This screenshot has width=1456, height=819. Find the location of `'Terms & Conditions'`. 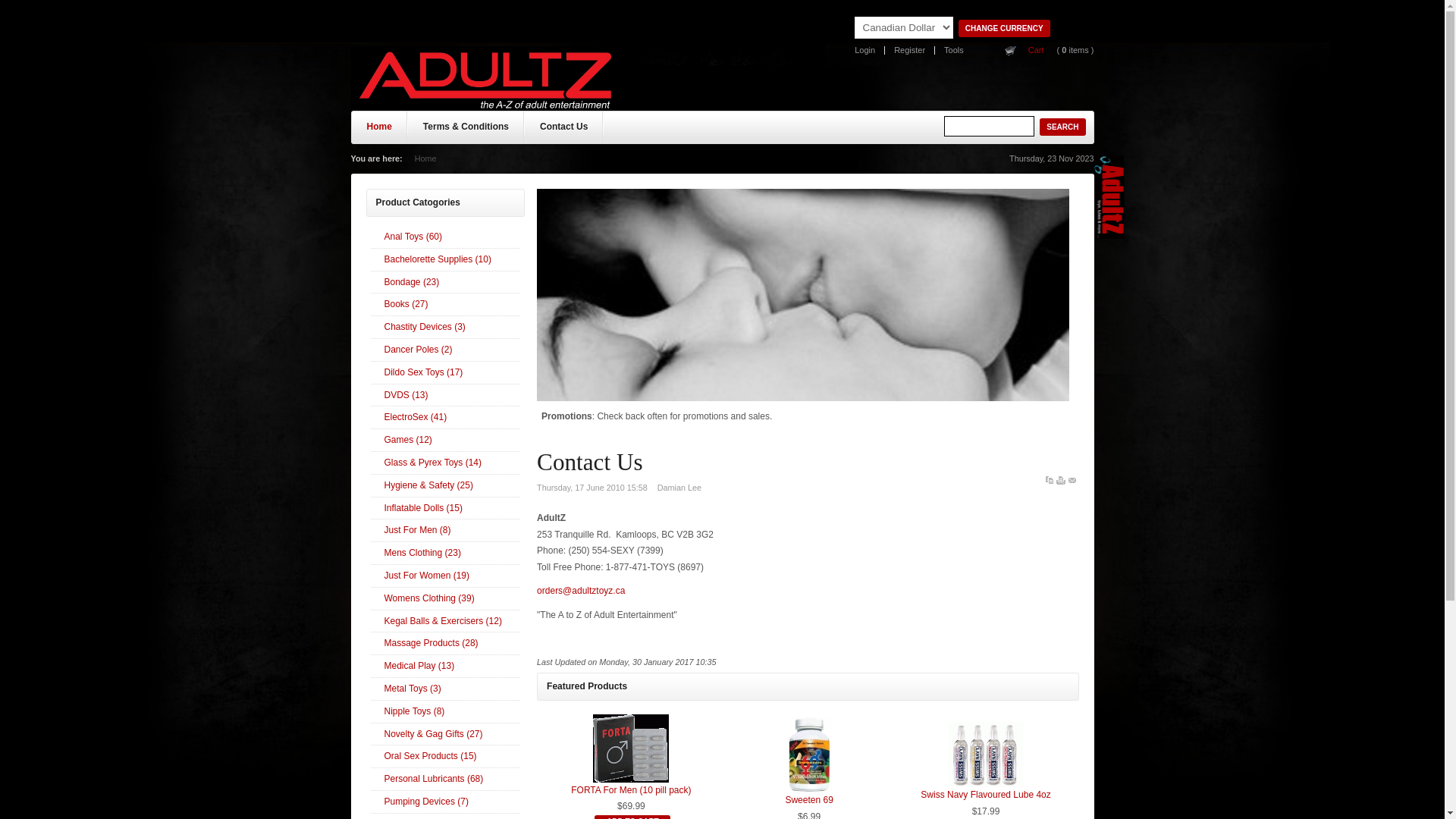

'Terms & Conditions' is located at coordinates (415, 130).